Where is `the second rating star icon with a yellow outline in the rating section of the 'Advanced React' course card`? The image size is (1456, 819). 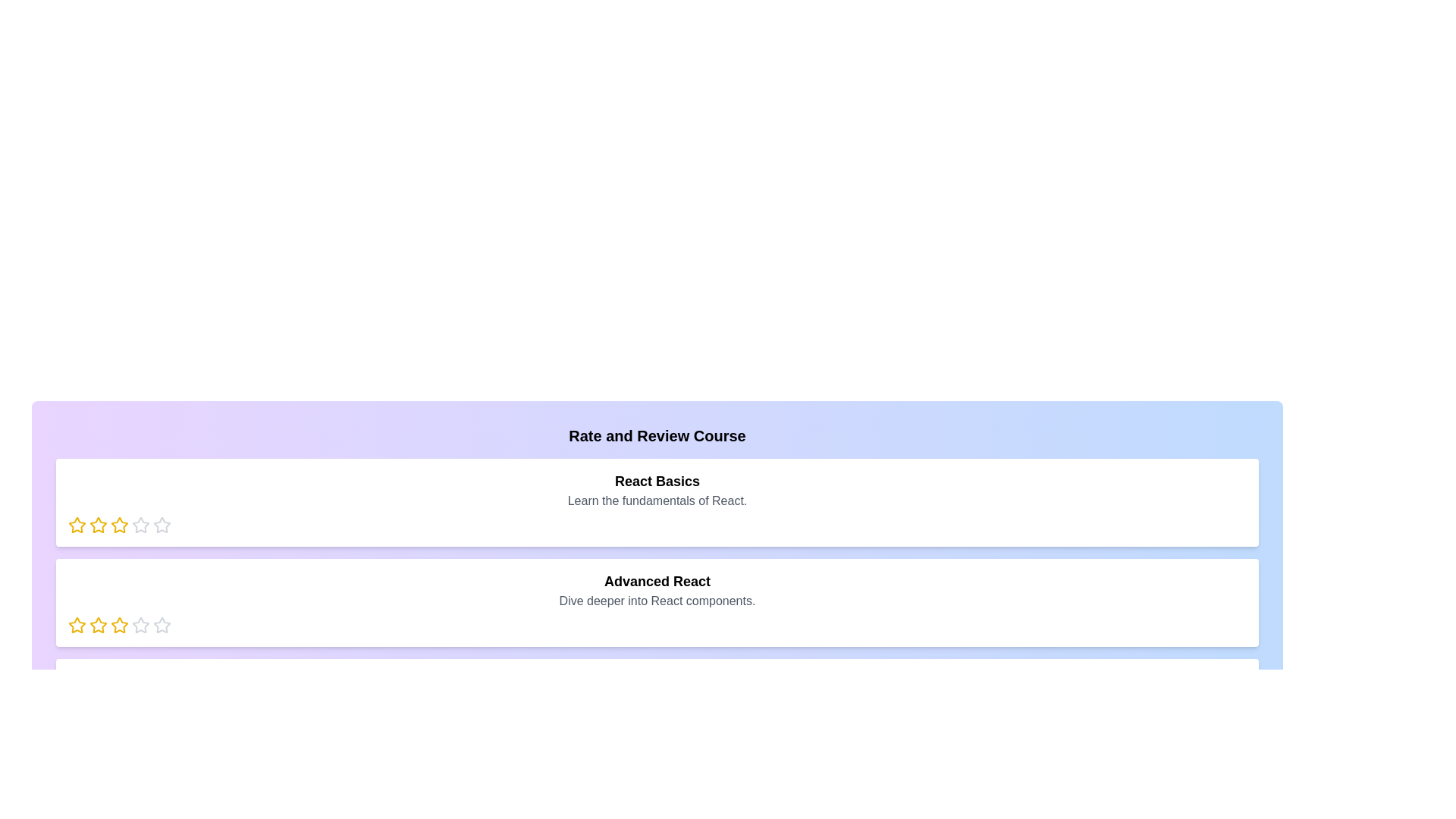
the second rating star icon with a yellow outline in the rating section of the 'Advanced React' course card is located at coordinates (97, 625).